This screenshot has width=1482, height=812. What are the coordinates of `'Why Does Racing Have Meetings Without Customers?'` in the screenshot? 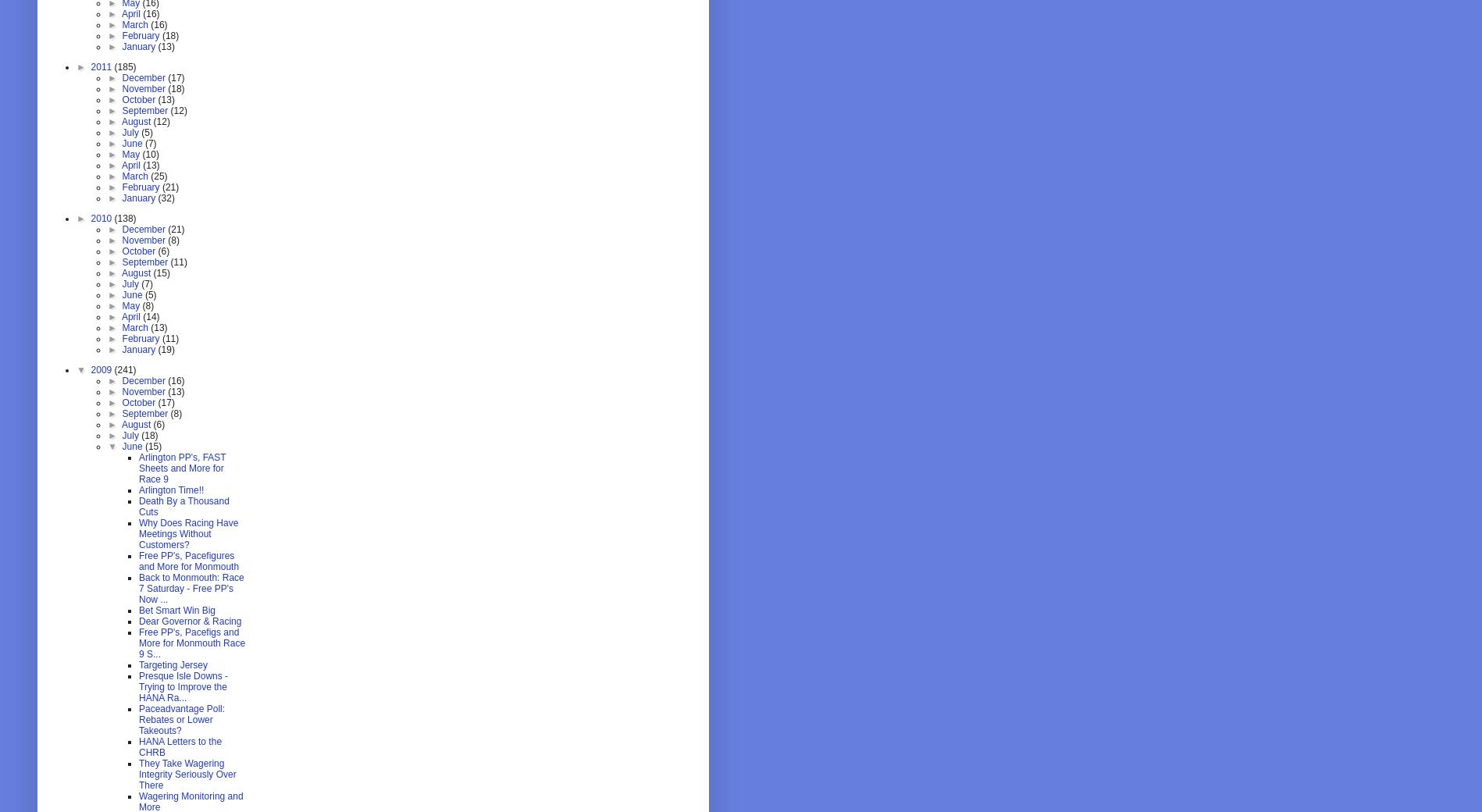 It's located at (138, 534).